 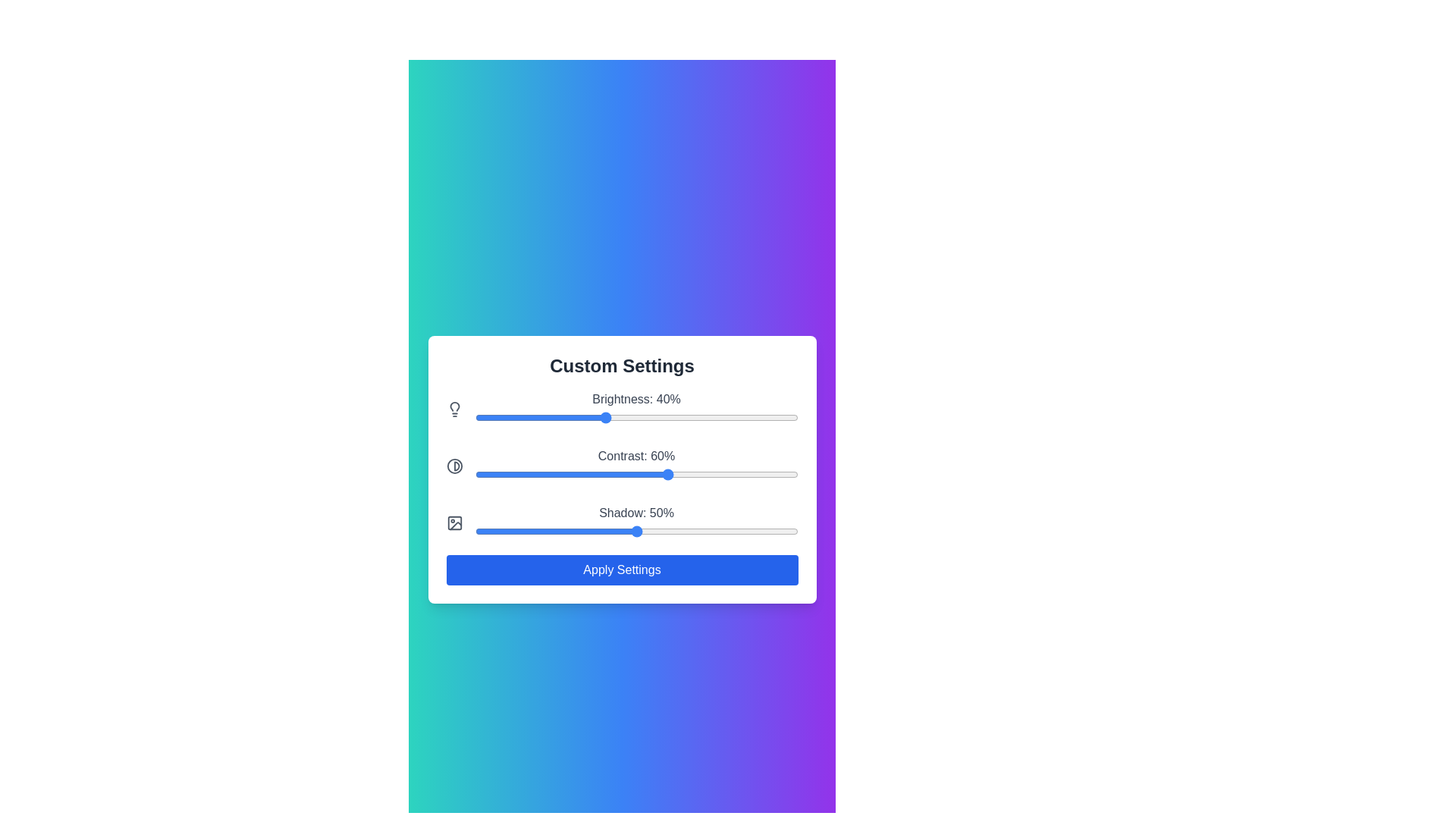 What do you see at coordinates (639, 530) in the screenshot?
I see `the Shadow slider to set its value to 51` at bounding box center [639, 530].